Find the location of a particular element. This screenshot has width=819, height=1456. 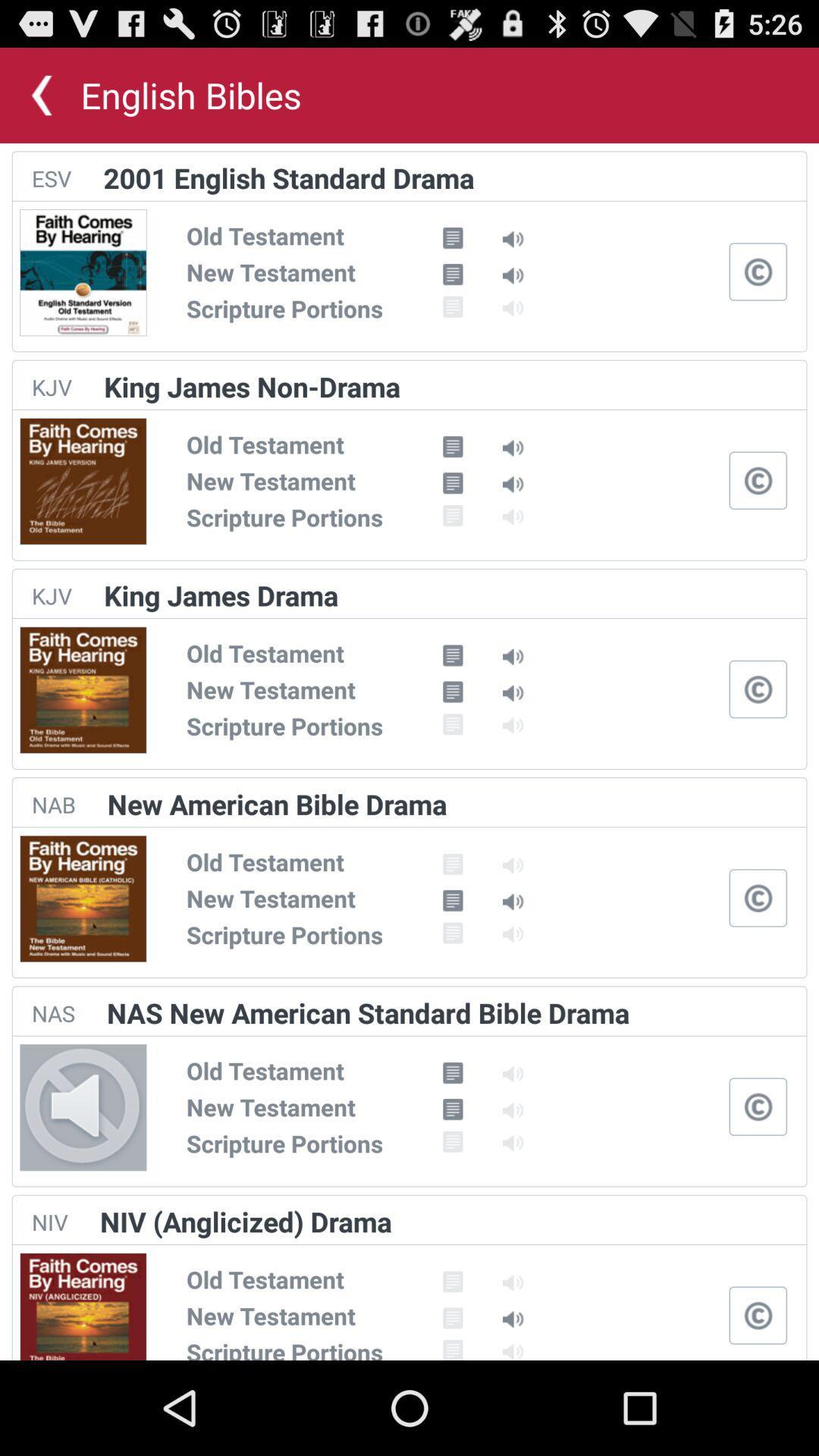

the item next to new american bible item is located at coordinates (52, 803).